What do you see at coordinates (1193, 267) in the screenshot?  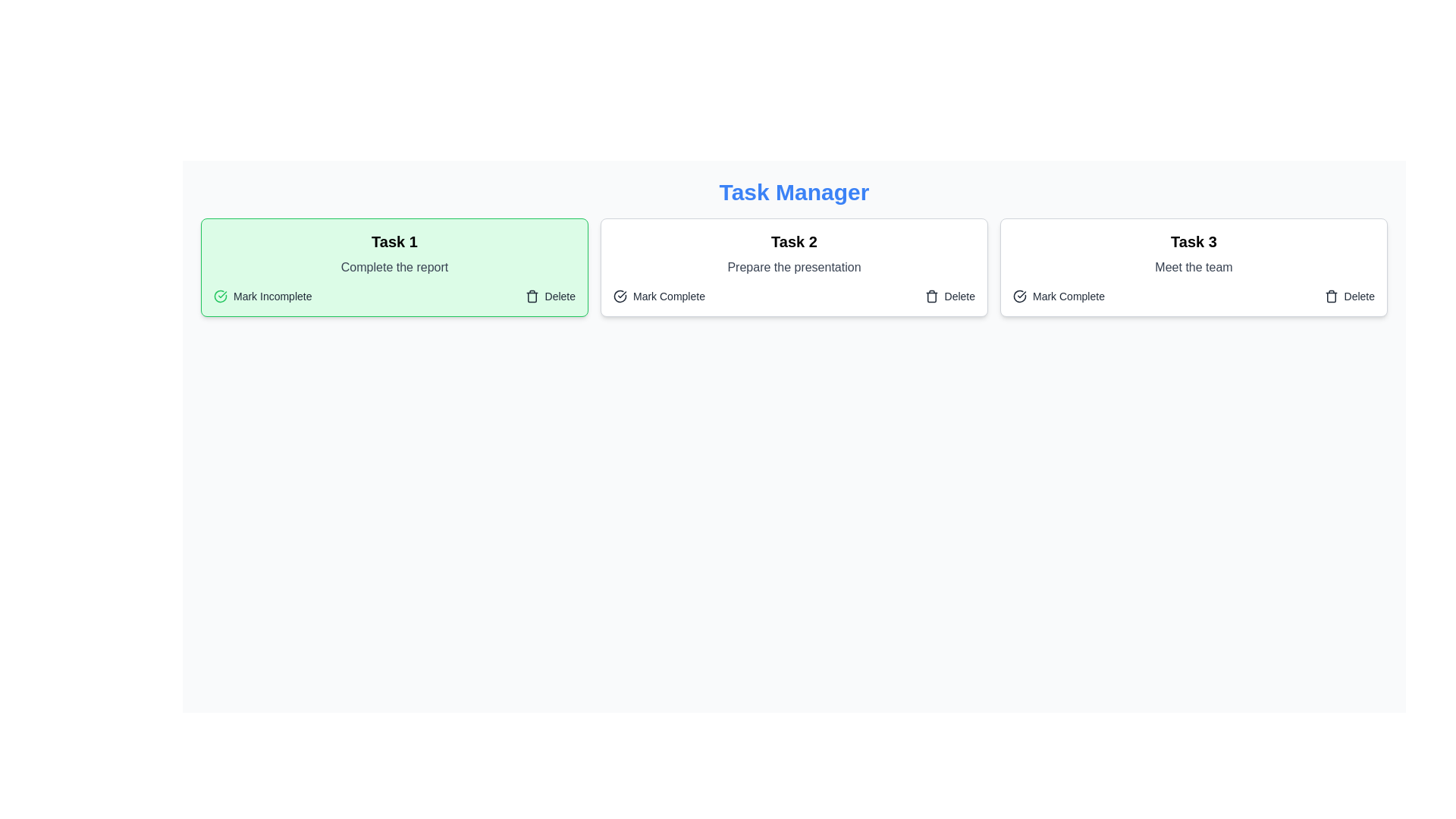 I see `task title and description from the task card located on the far right of the task management interface, which is the third card in a row of three similar task cards` at bounding box center [1193, 267].